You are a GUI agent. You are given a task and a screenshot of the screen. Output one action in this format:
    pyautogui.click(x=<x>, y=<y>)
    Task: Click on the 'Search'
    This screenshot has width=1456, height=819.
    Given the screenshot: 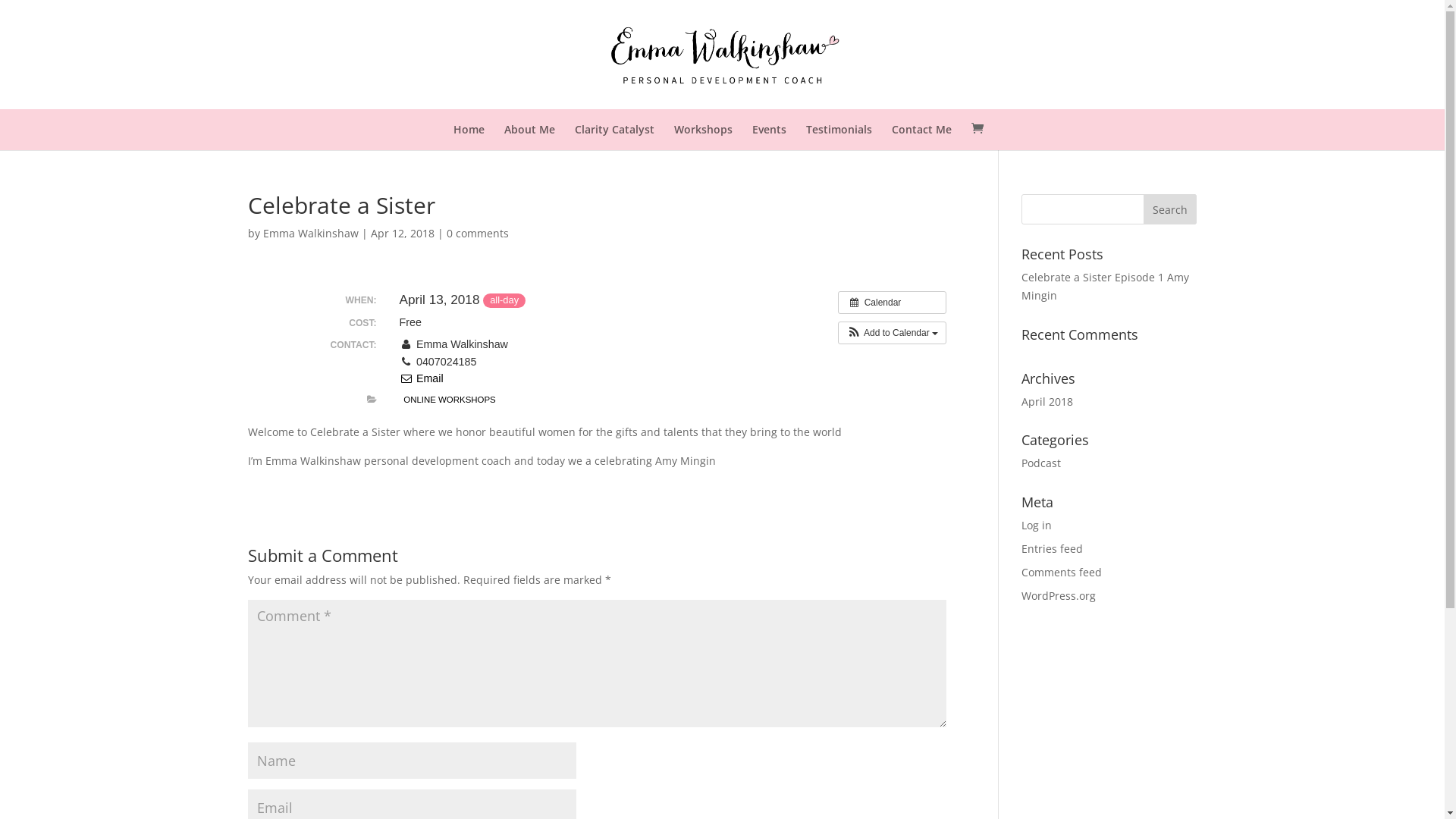 What is the action you would take?
    pyautogui.click(x=1169, y=209)
    